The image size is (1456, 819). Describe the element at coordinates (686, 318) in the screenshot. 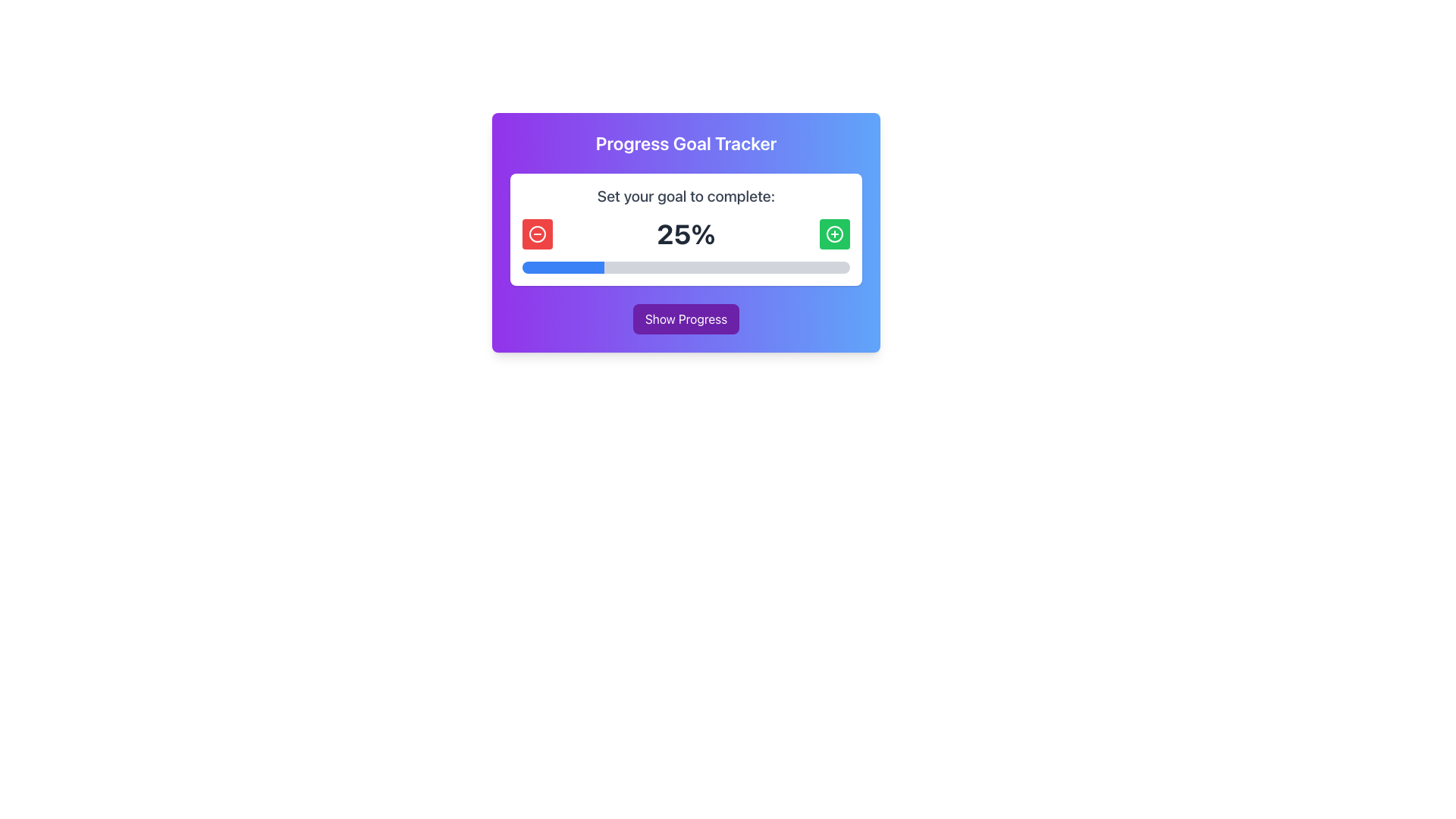

I see `the button with a purple background and white text reading 'Show Progress'` at that location.